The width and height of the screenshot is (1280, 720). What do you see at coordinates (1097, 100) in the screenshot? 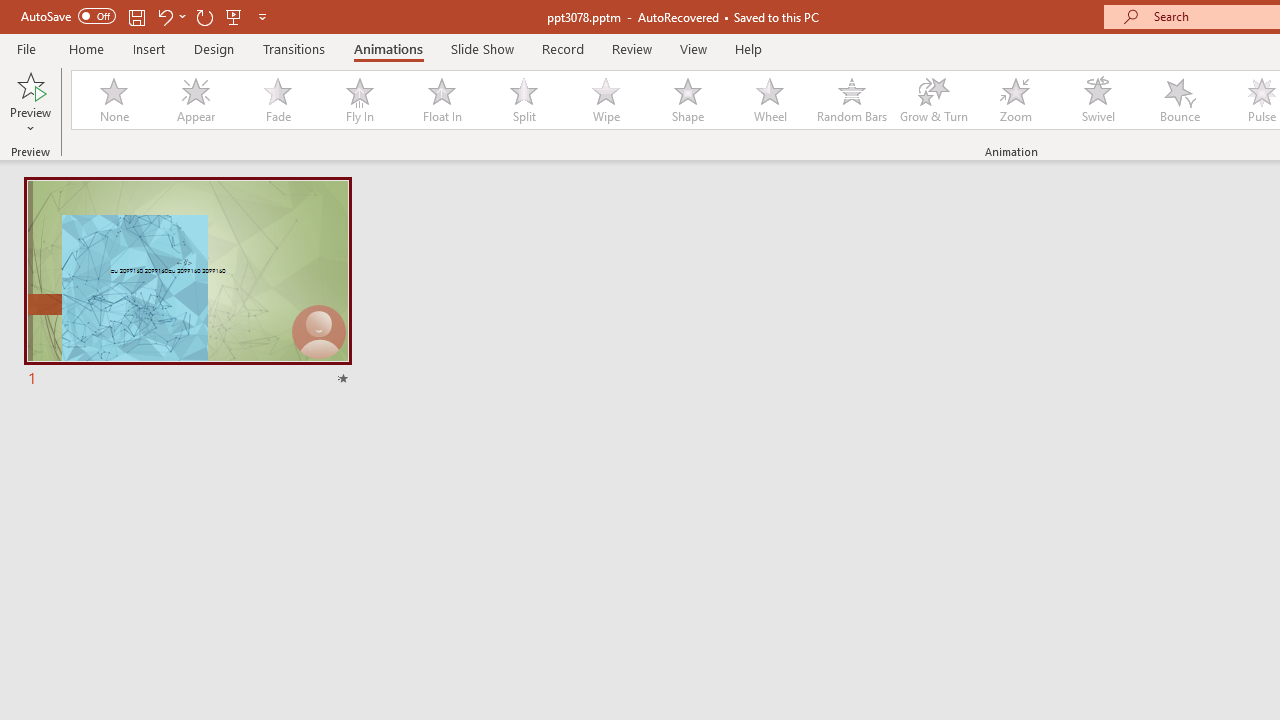
I see `'Swivel'` at bounding box center [1097, 100].